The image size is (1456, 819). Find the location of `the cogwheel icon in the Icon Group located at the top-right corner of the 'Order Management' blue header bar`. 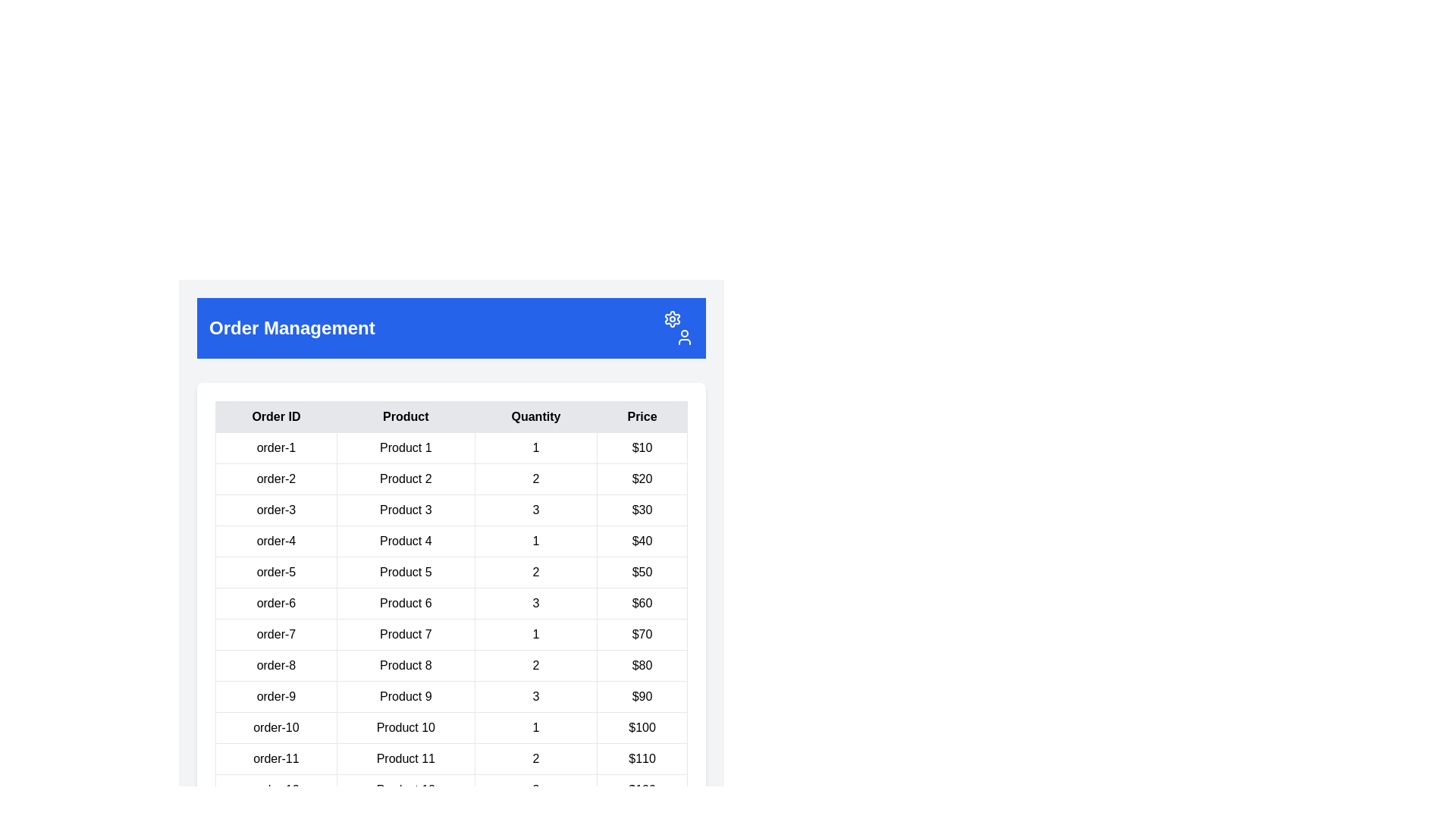

the cogwheel icon in the Icon Group located at the top-right corner of the 'Order Management' blue header bar is located at coordinates (677, 327).